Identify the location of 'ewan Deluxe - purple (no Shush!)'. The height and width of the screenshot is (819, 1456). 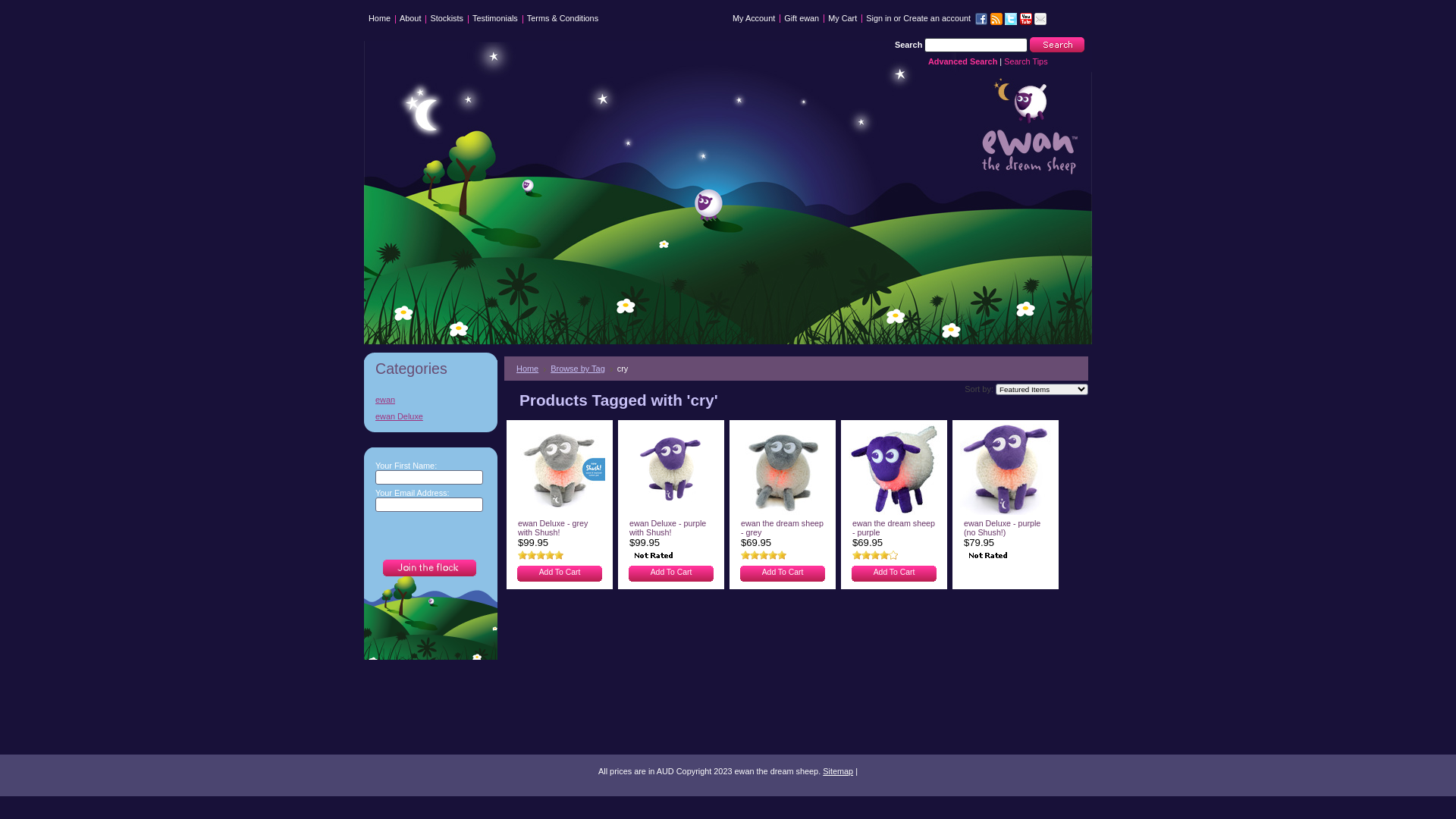
(1002, 528).